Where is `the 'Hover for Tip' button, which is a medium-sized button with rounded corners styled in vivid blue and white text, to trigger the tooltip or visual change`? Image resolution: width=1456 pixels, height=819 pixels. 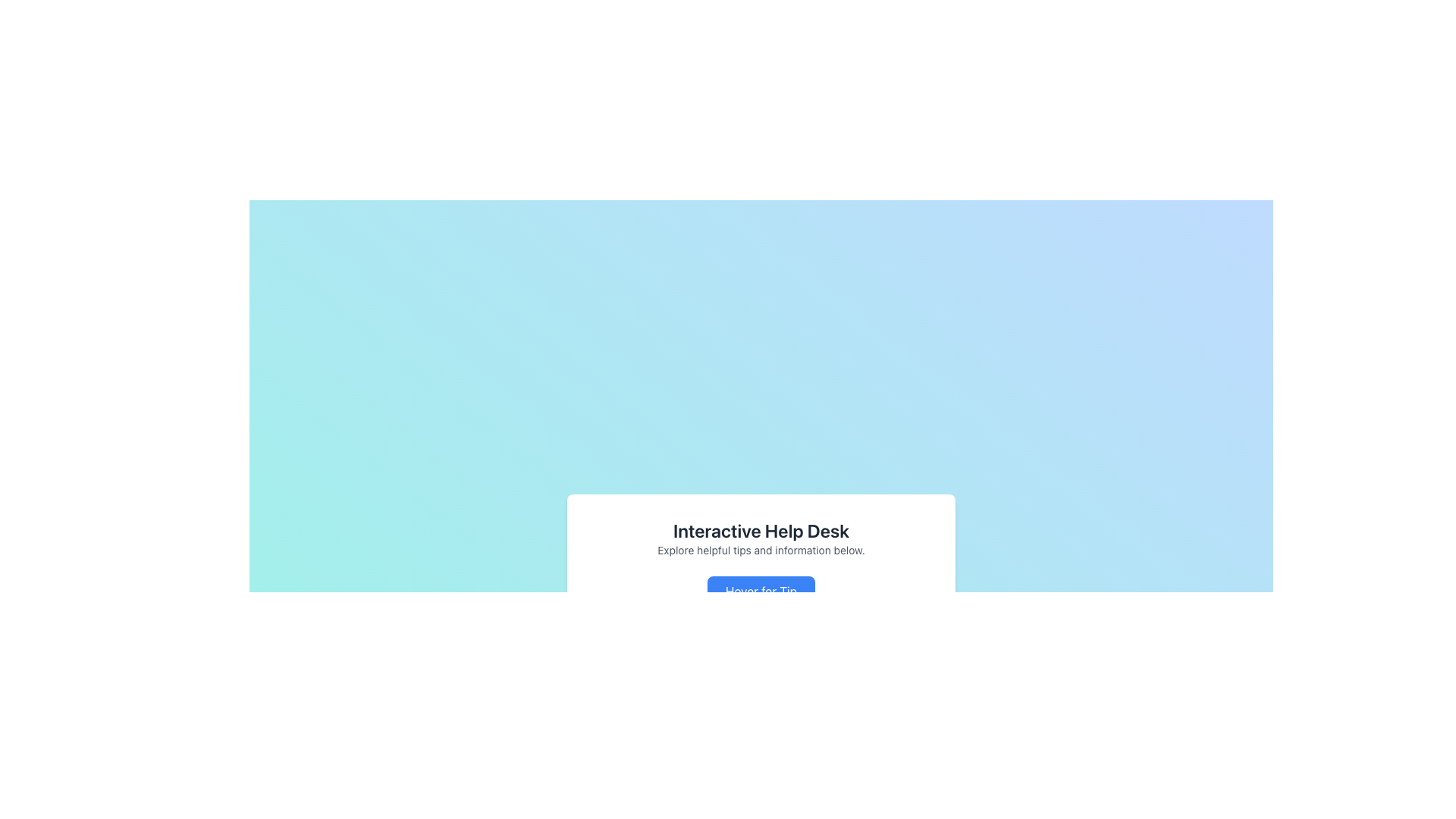
the 'Hover for Tip' button, which is a medium-sized button with rounded corners styled in vivid blue and white text, to trigger the tooltip or visual change is located at coordinates (761, 590).